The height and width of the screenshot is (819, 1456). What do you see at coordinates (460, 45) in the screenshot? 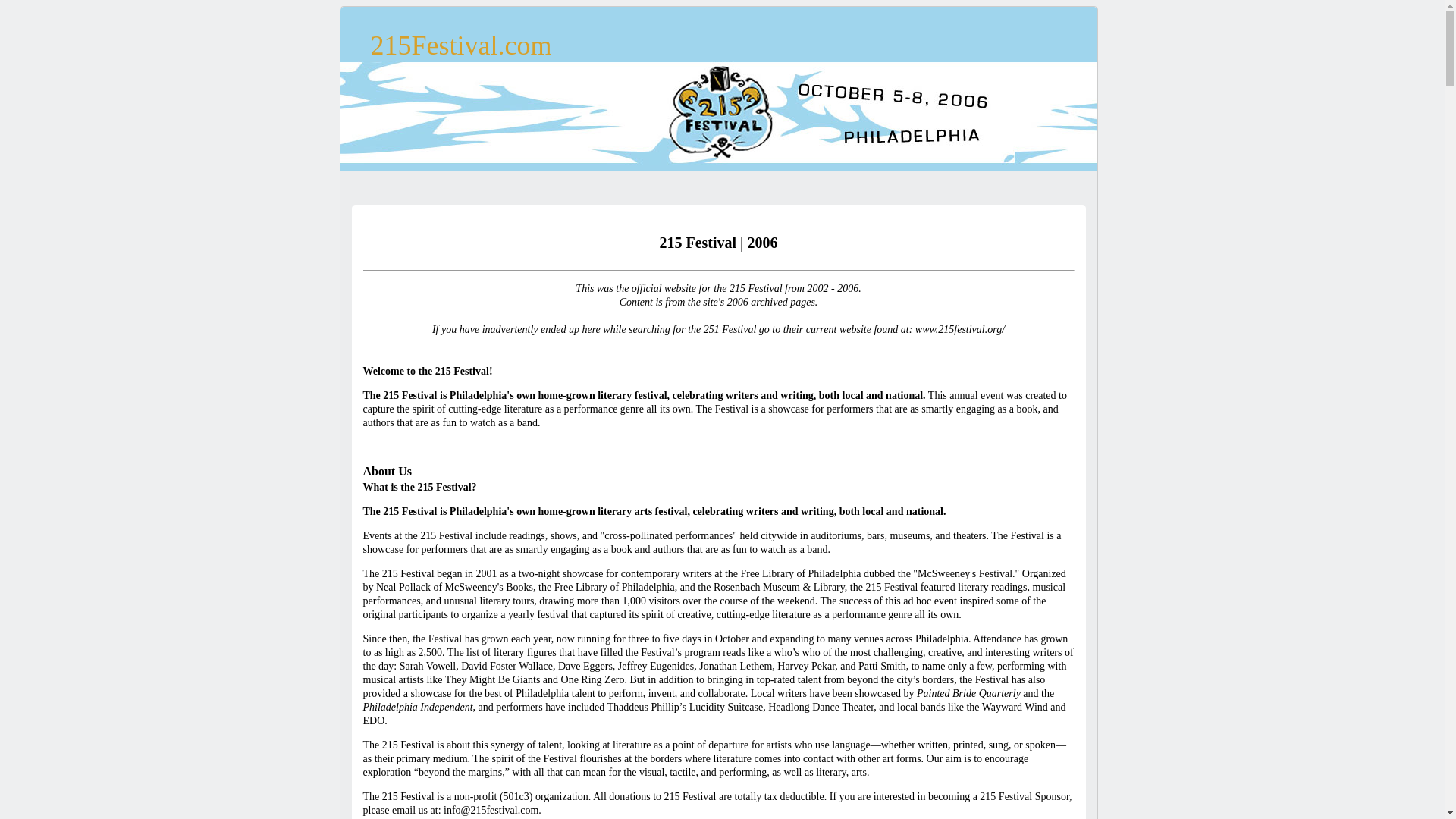
I see `'215Festival.com'` at bounding box center [460, 45].